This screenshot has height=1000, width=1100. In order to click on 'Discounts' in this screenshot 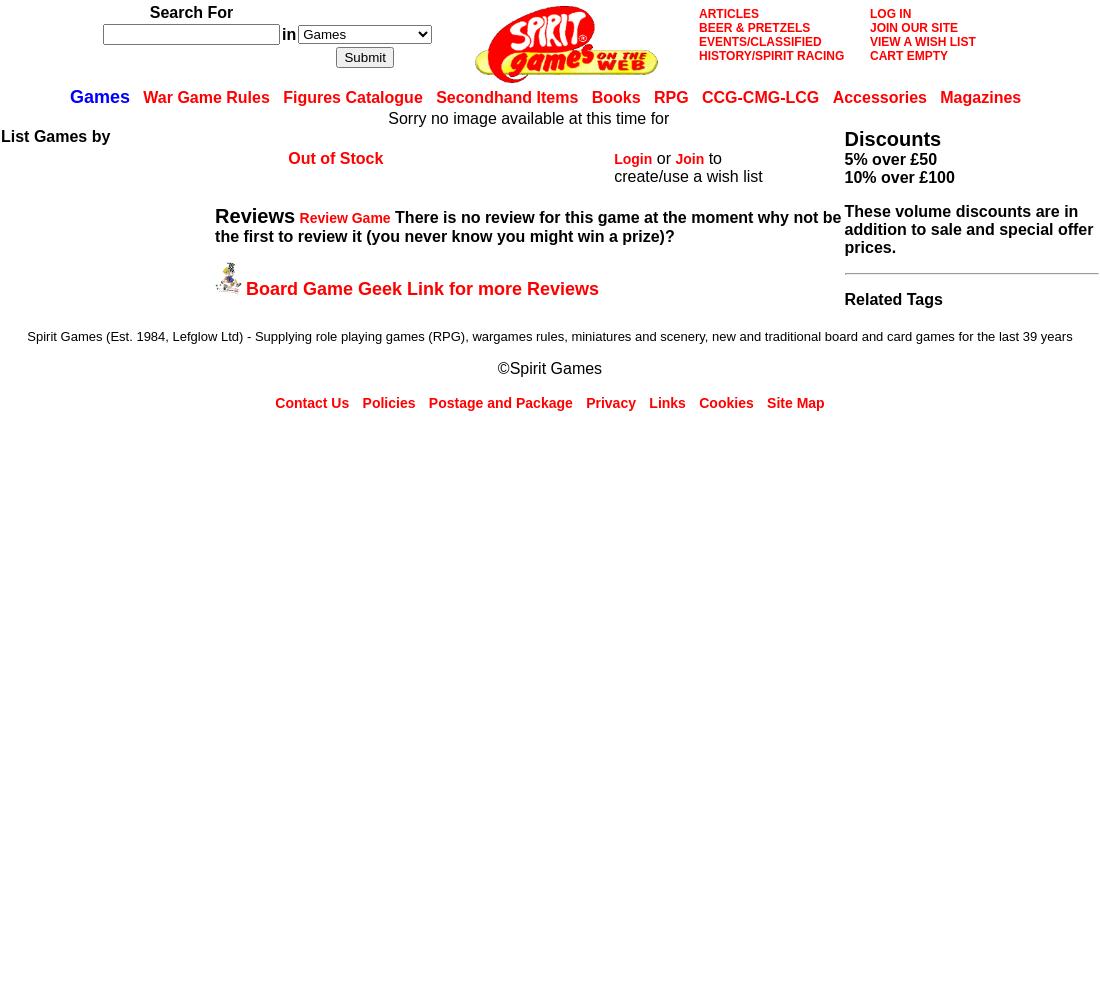, I will do `click(891, 139)`.